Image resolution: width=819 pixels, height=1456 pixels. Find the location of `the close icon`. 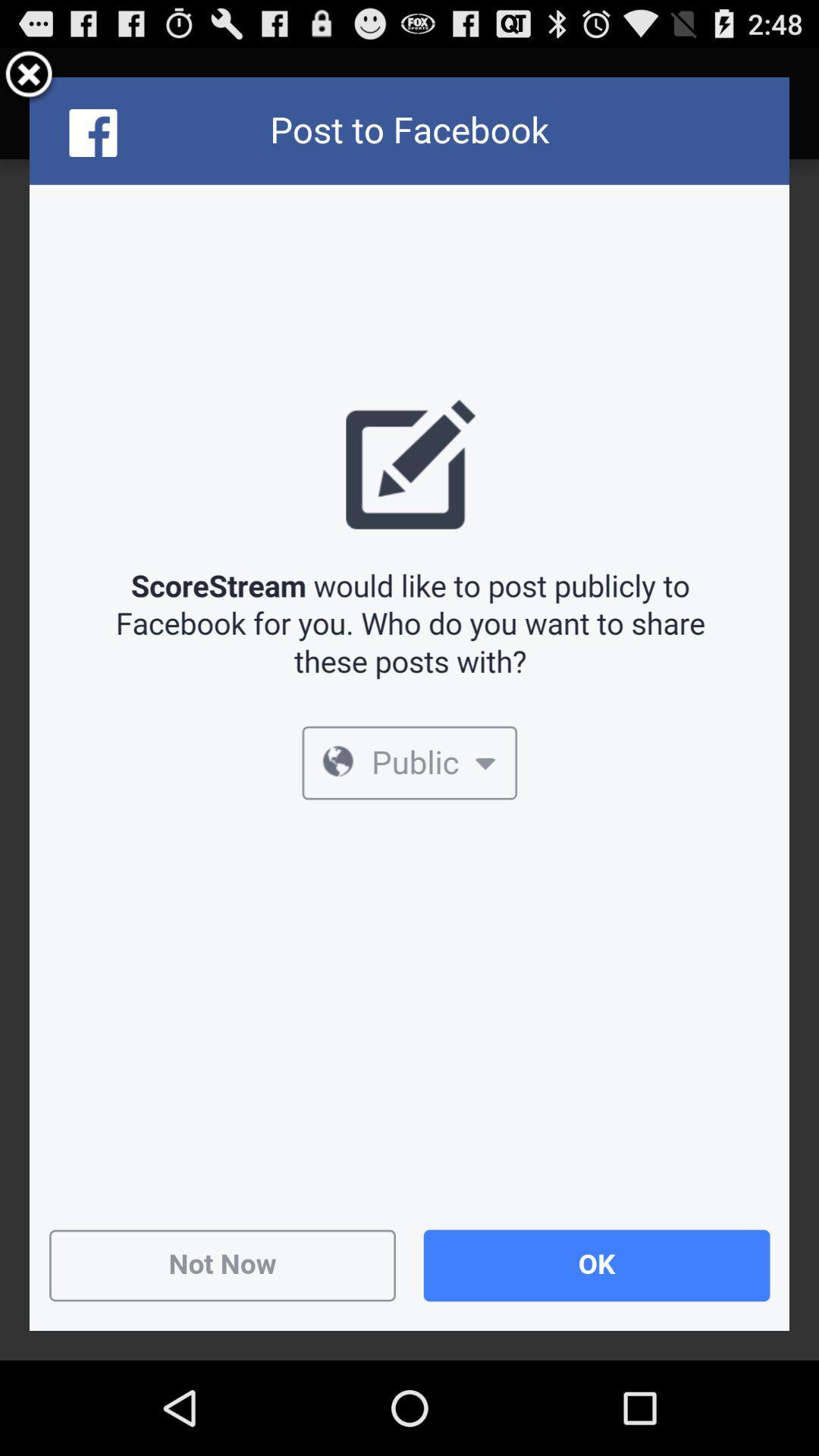

the close icon is located at coordinates (29, 81).